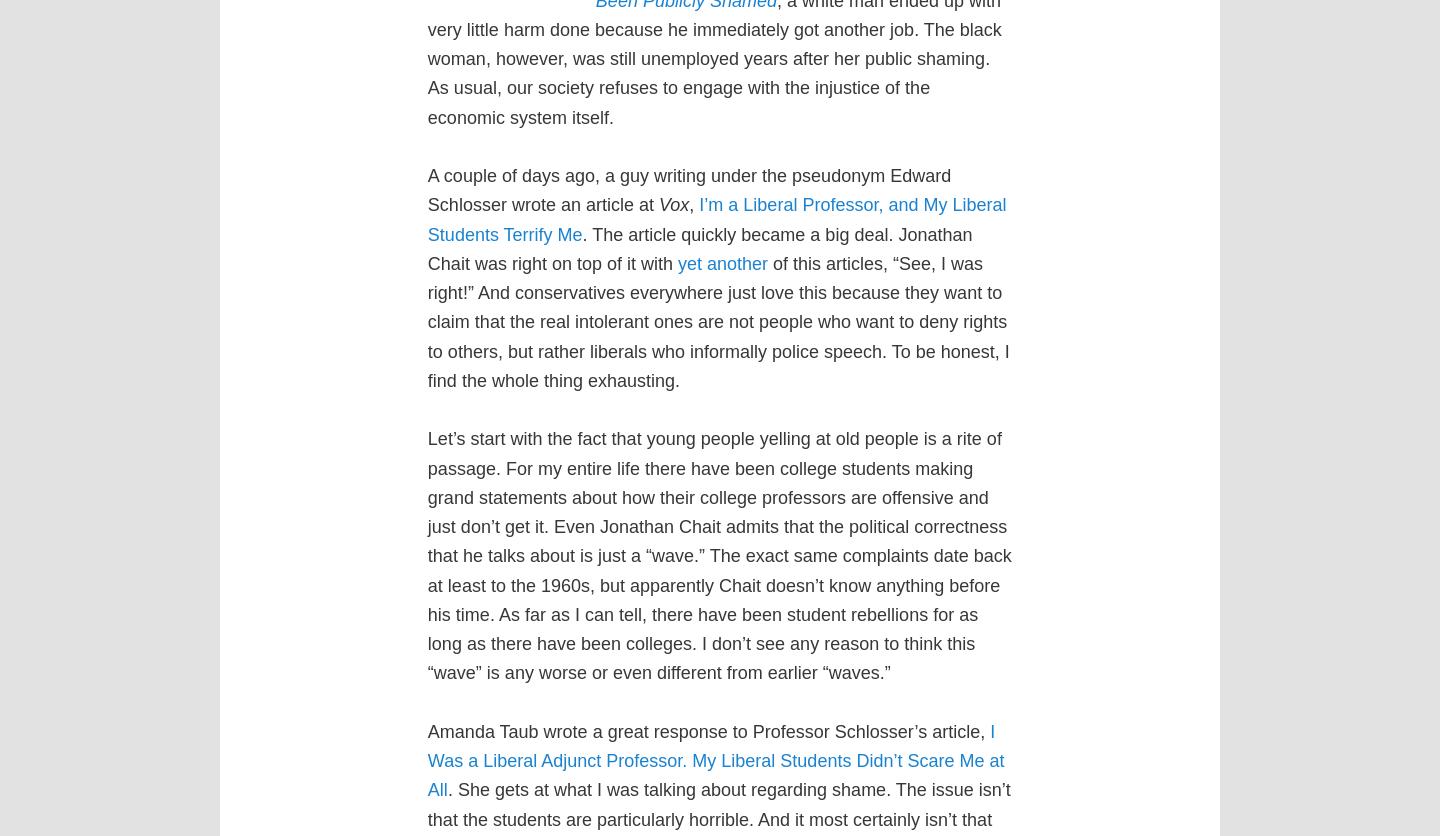 This screenshot has height=836, width=1440. Describe the element at coordinates (708, 730) in the screenshot. I see `'Amanda Taub wrote a great response to Professor Schlosser’s article,'` at that location.